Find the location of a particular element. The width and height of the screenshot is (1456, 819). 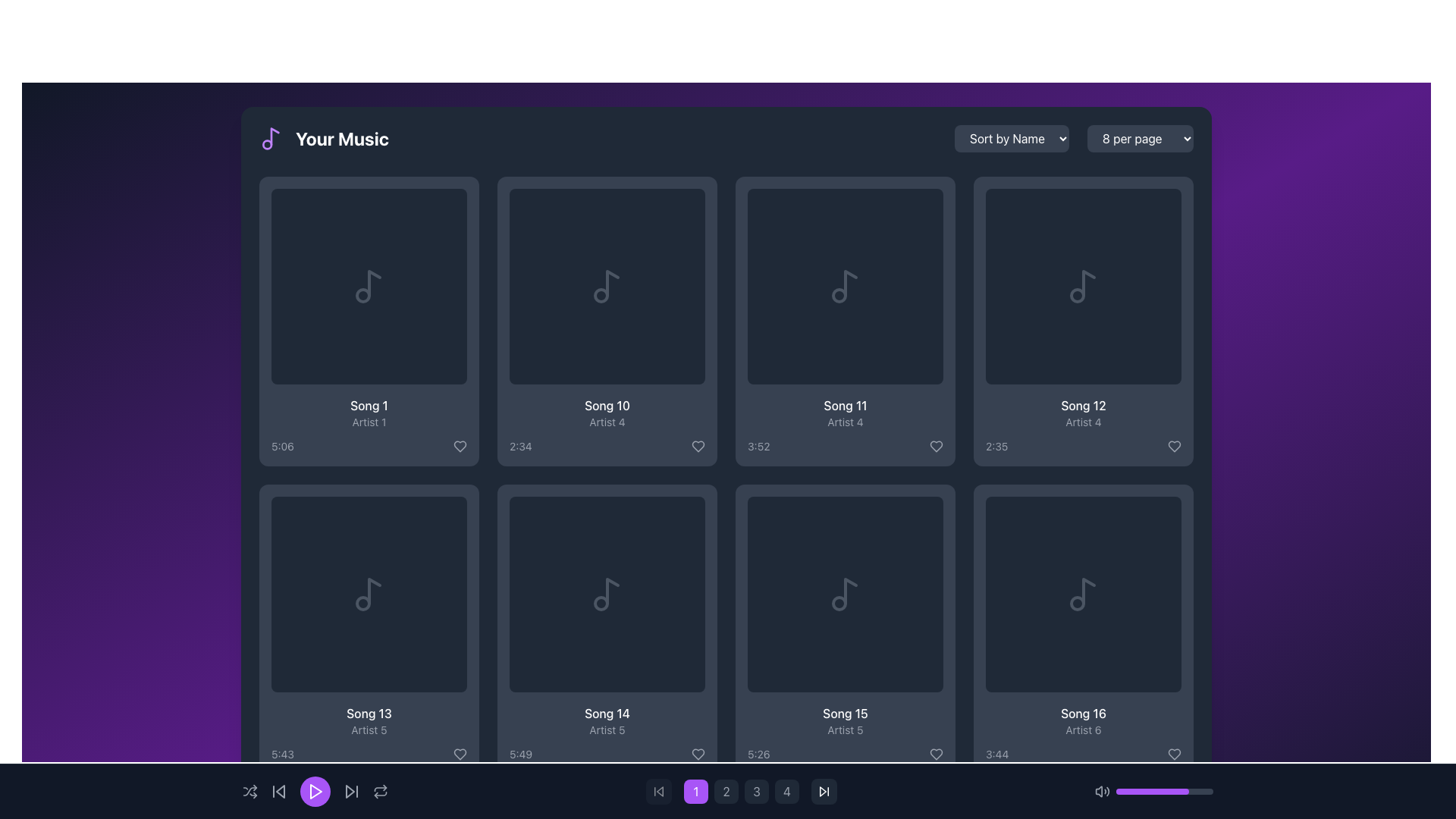

the forward skip button located at the bottom-center of the media playback controls to skip forward to the next media item is located at coordinates (823, 791).